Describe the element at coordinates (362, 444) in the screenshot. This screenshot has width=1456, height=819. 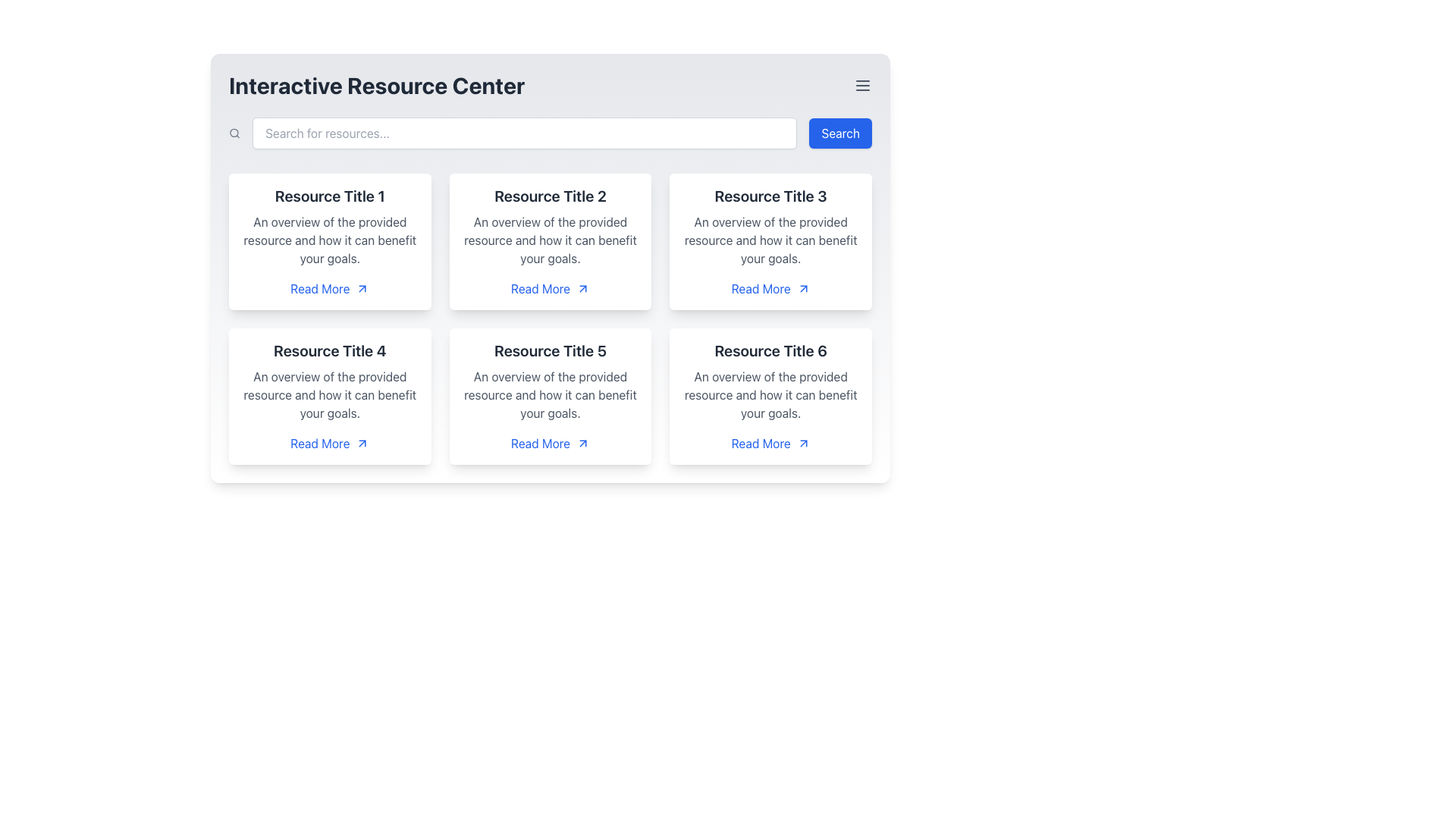
I see `the 'Read More' link associated with the upward right arrow icon located in the fourth card labeled 'Resource Title 4'` at that location.